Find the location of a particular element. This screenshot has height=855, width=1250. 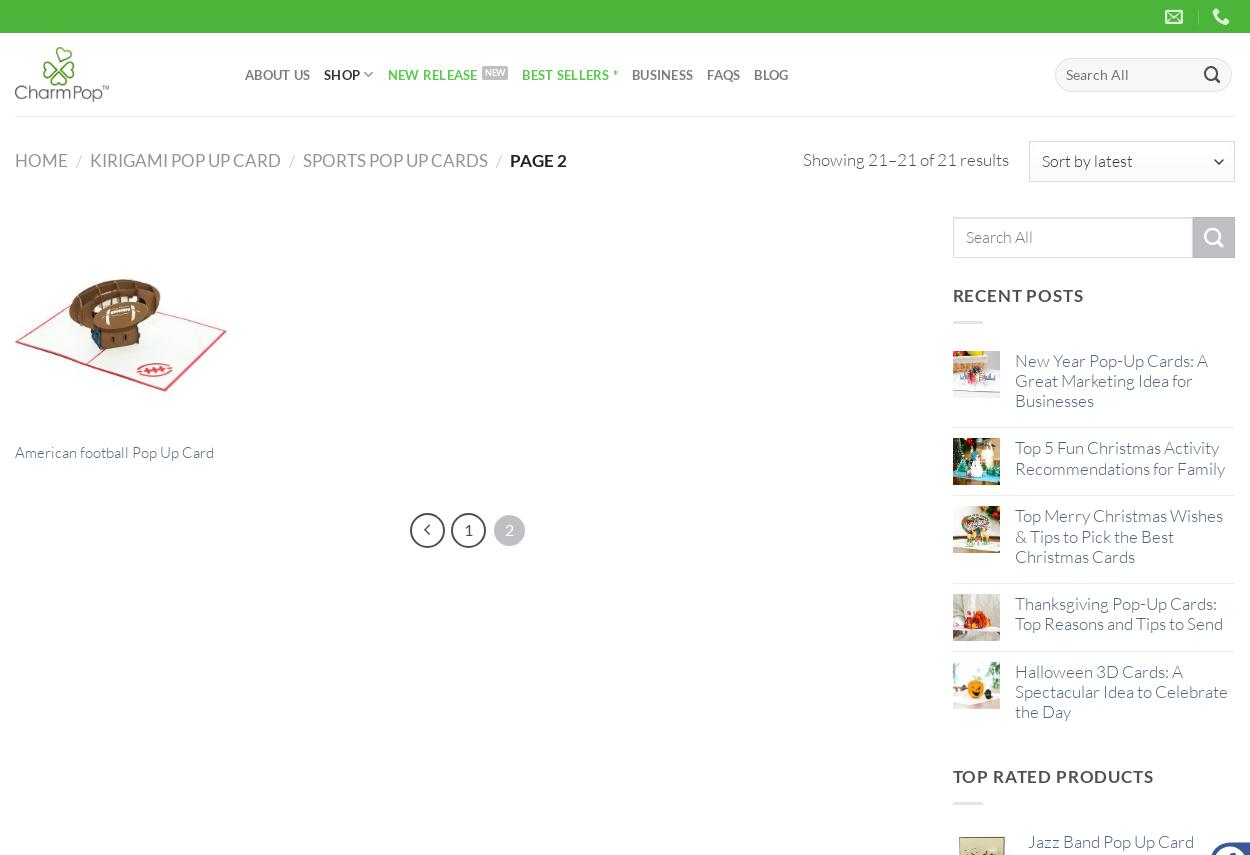

'Halloween 3D Cards: A Spectacular Idea to Celebrate the Day' is located at coordinates (1119, 691).